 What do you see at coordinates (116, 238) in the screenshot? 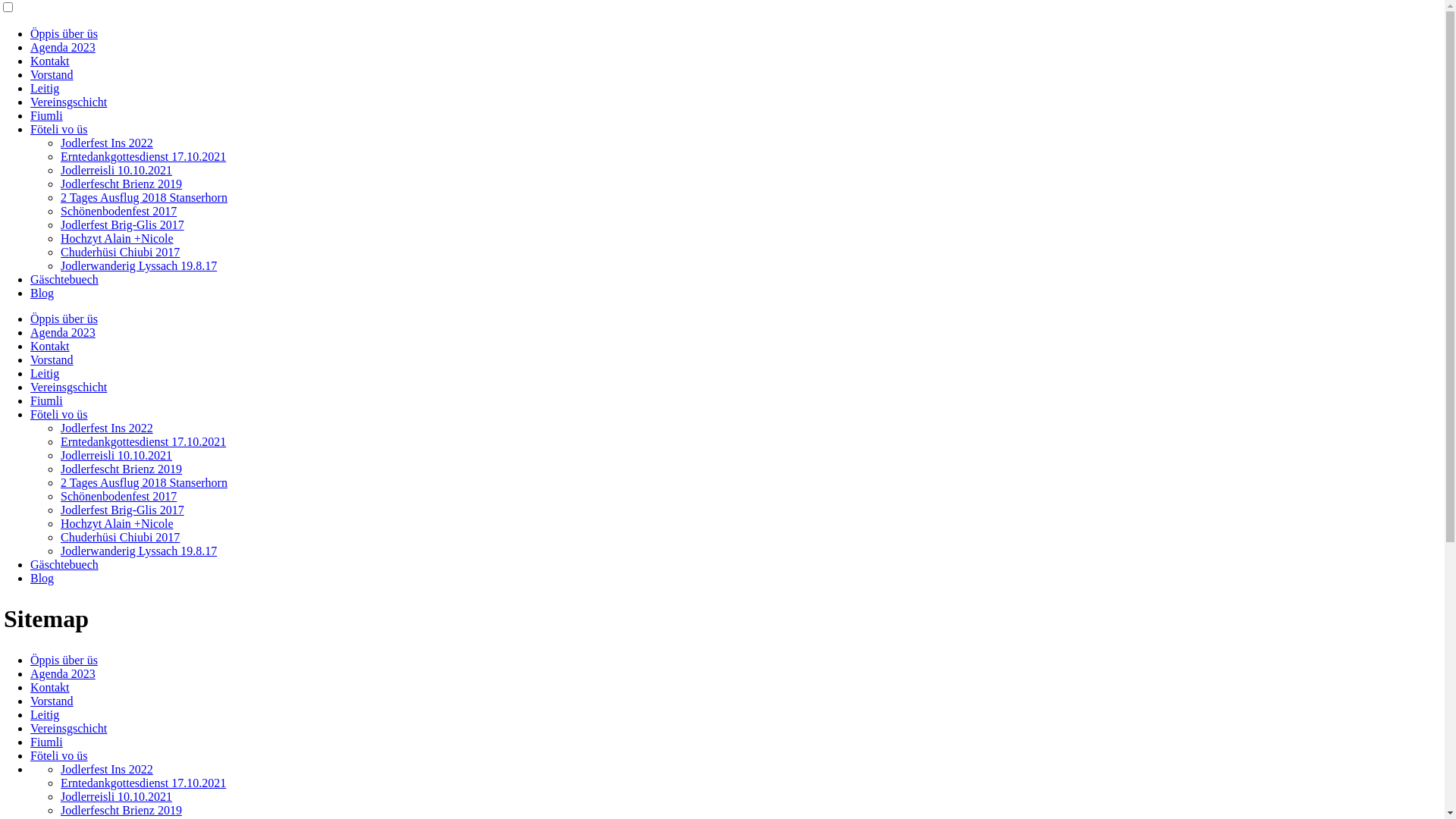
I see `'Hochzyt Alain +Nicole'` at bounding box center [116, 238].